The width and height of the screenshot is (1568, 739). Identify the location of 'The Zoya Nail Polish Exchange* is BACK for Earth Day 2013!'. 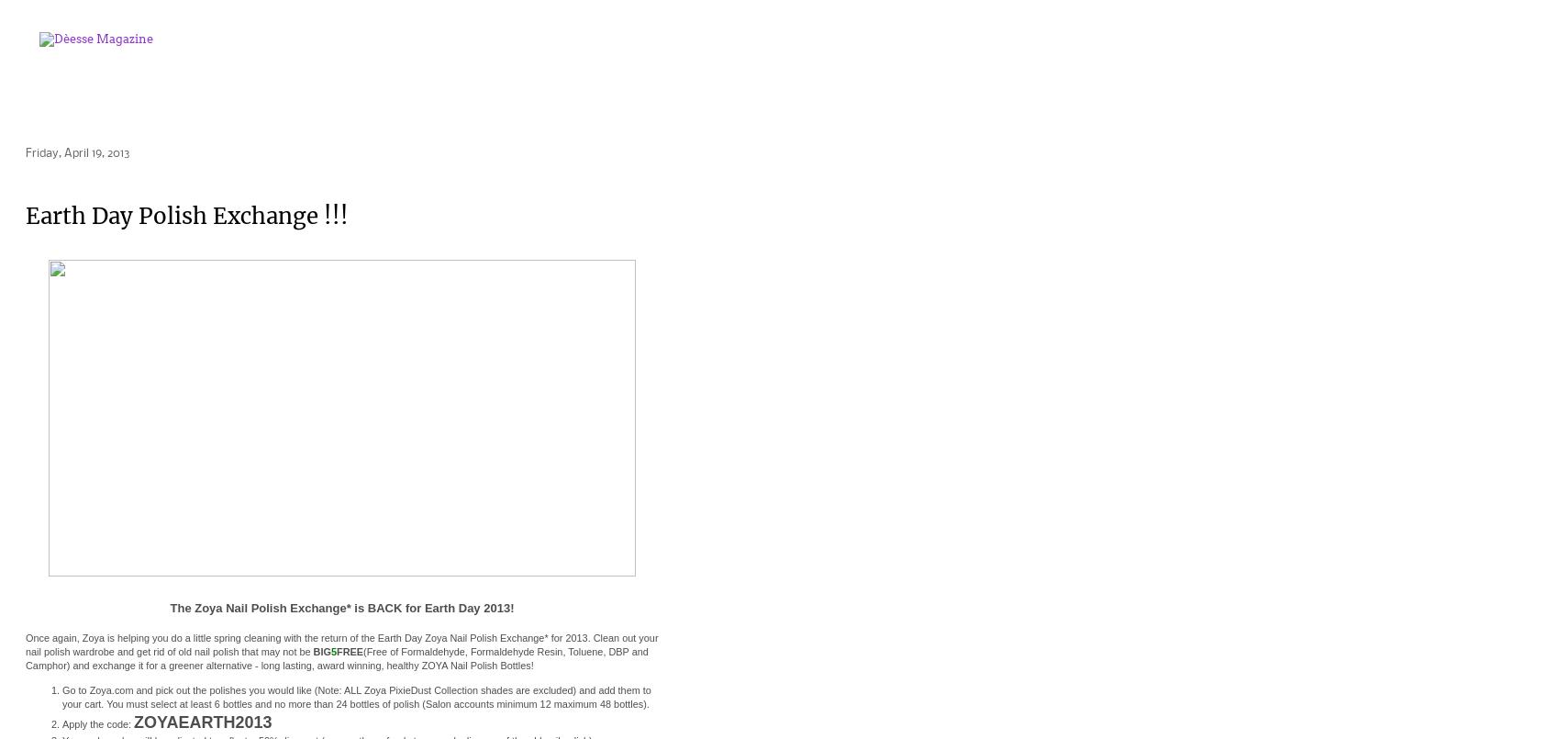
(340, 607).